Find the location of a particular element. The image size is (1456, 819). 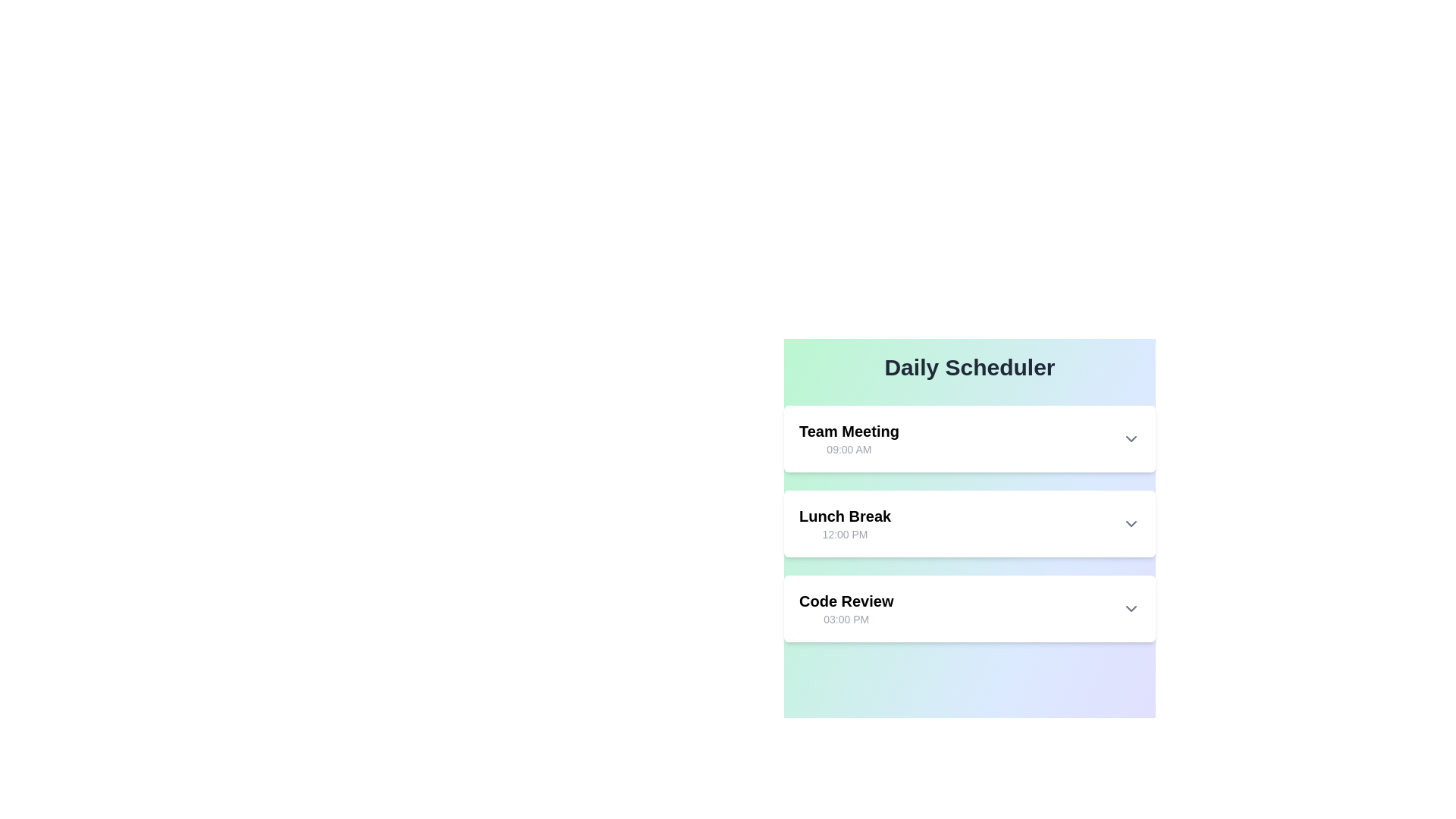

the chevron-down icon in the 'Lunch Break' row is located at coordinates (1131, 522).